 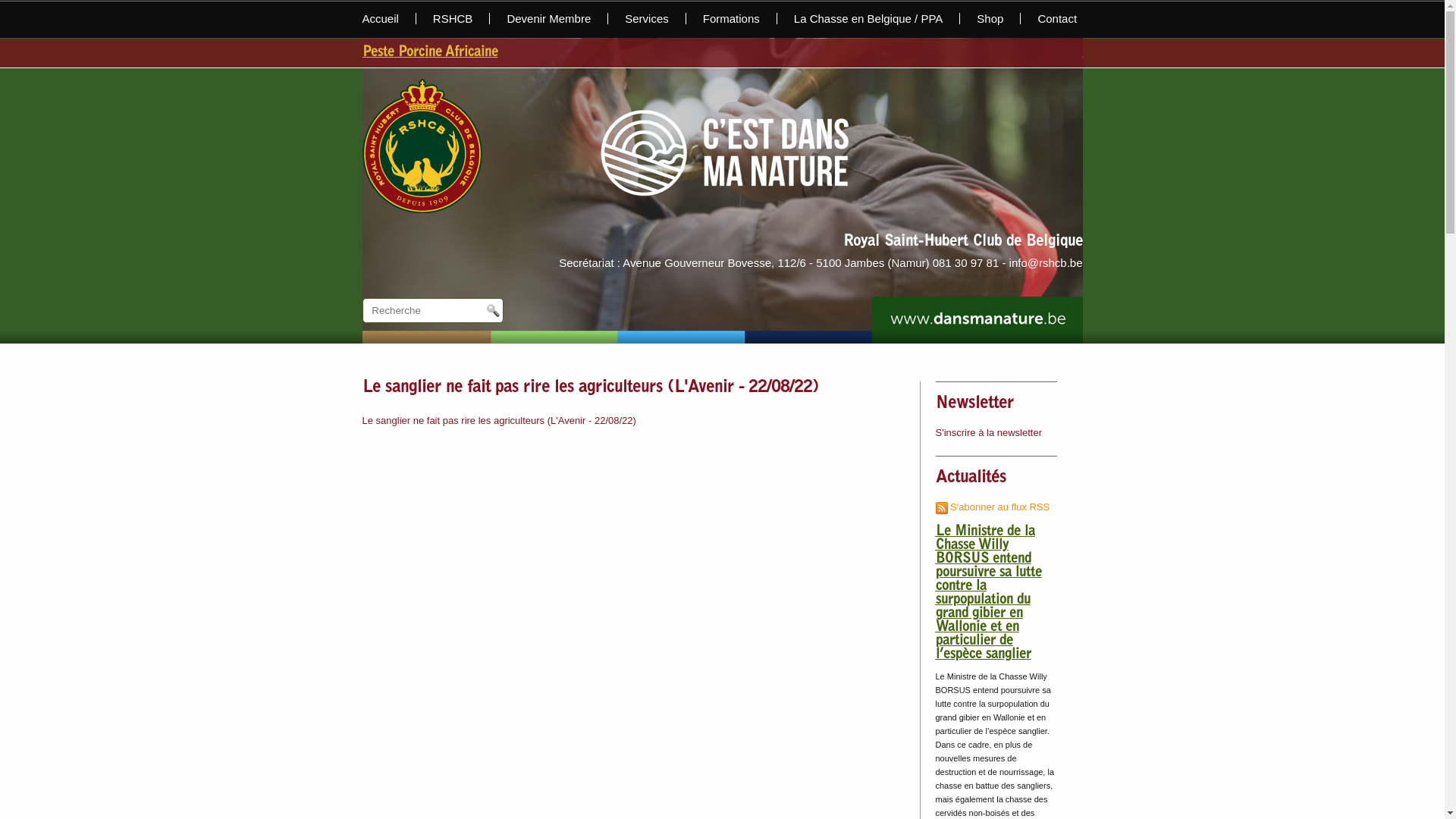 I want to click on 'Peste Porcine Africaine', so click(x=362, y=52).